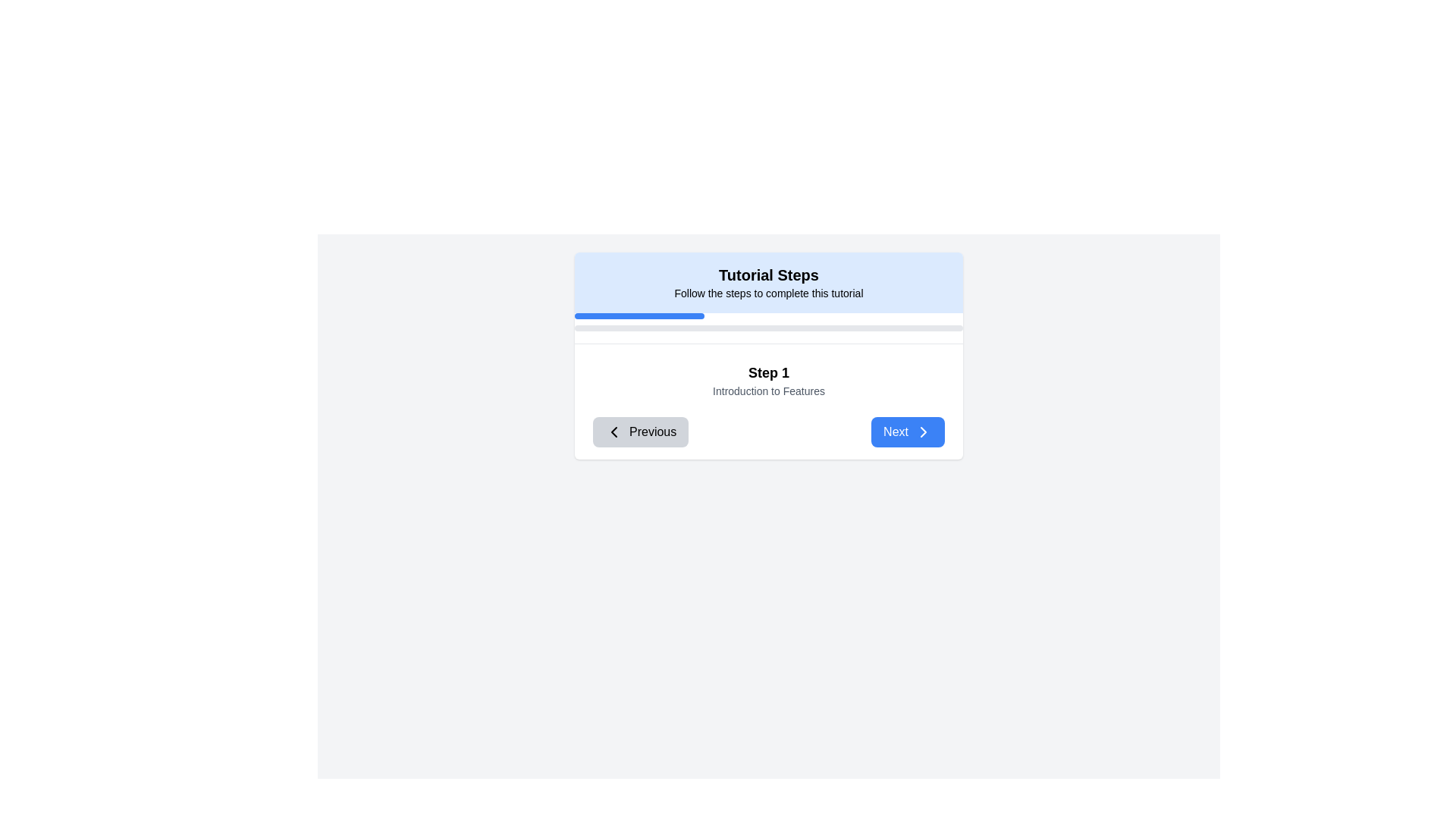  Describe the element at coordinates (757, 327) in the screenshot. I see `the progress bar completion` at that location.